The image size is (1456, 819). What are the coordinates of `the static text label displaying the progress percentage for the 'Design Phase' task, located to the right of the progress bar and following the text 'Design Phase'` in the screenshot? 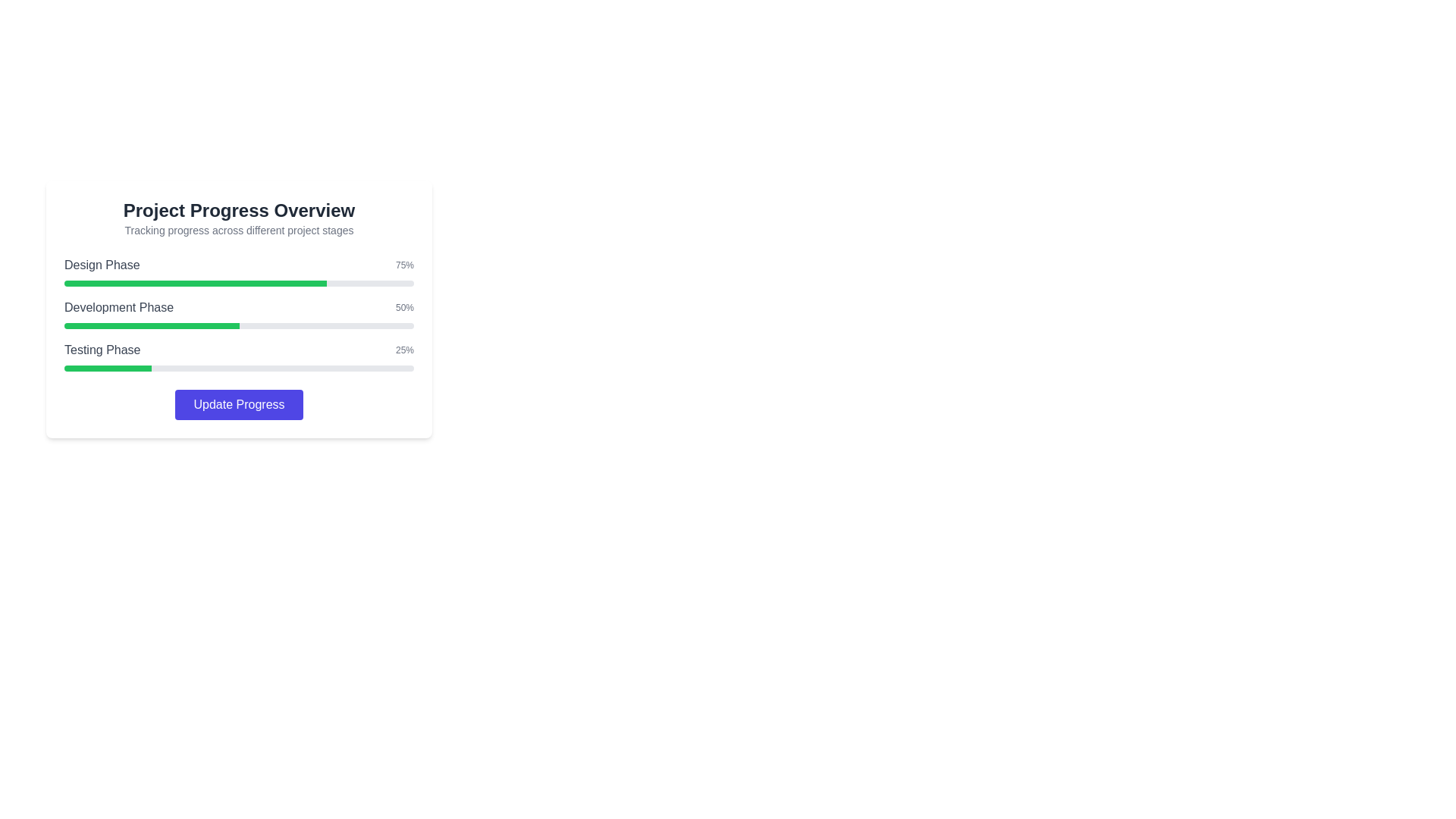 It's located at (404, 265).